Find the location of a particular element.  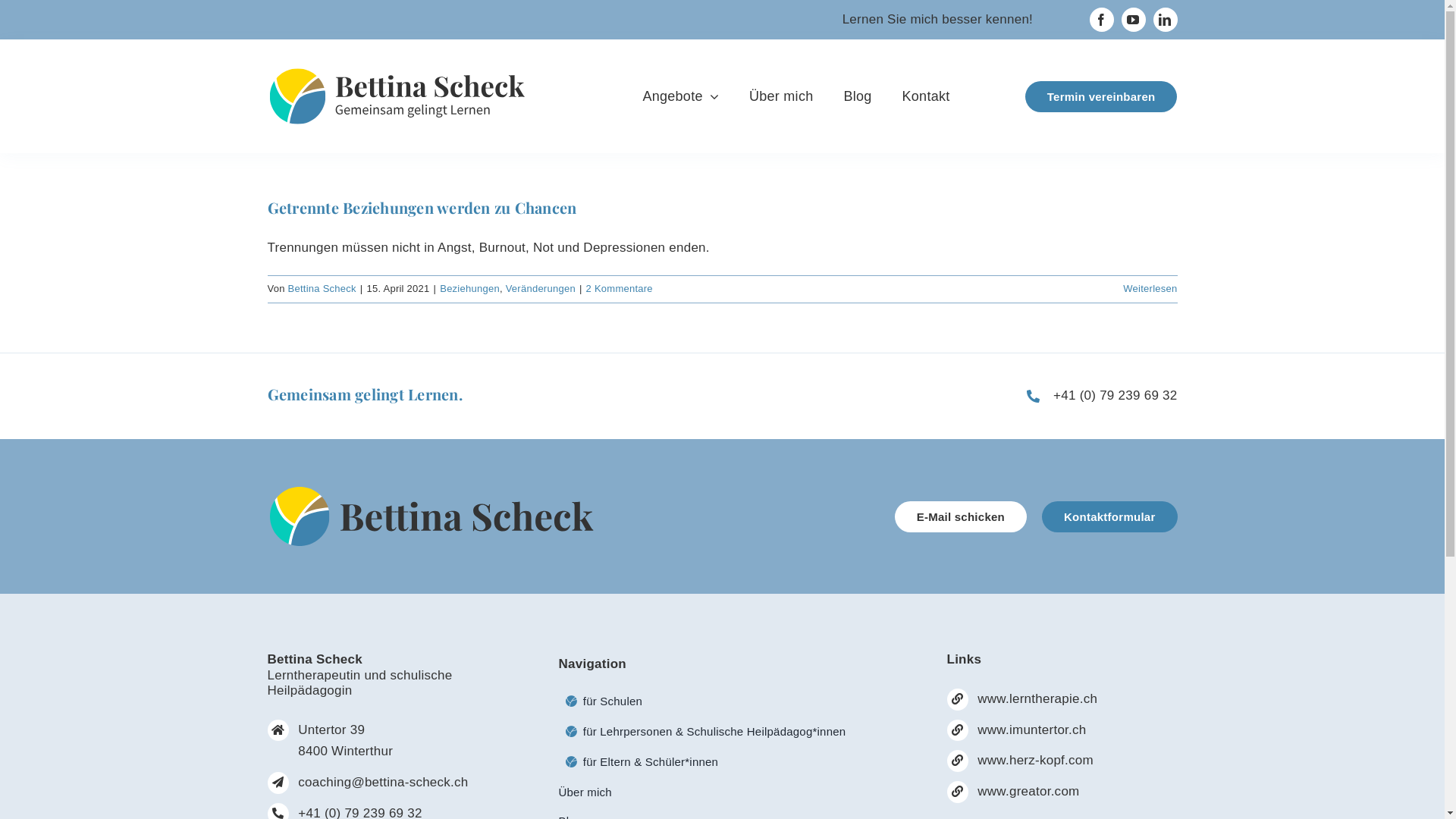

'Weiterlesen' is located at coordinates (1150, 288).